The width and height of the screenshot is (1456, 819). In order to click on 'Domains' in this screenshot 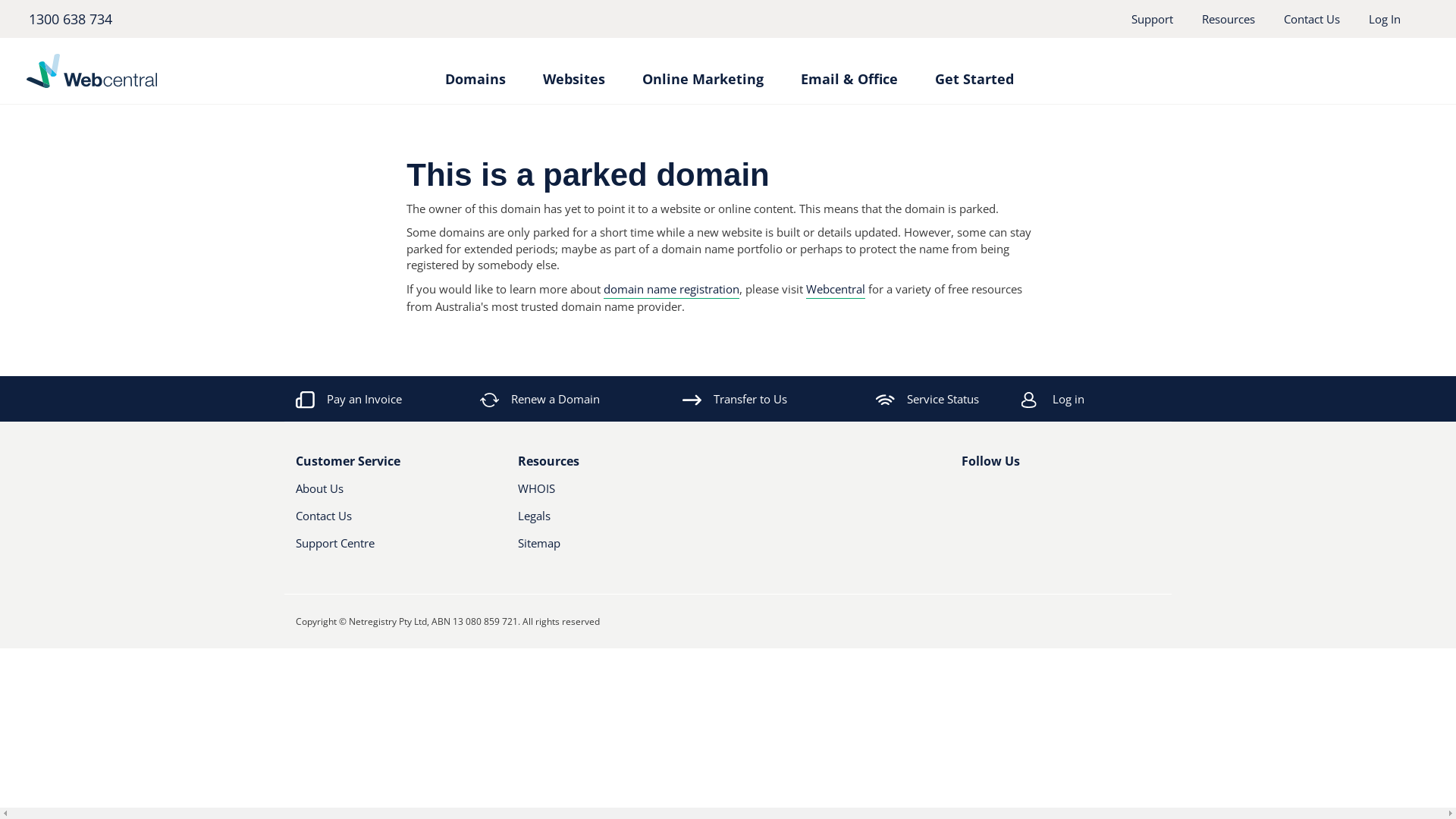, I will do `click(473, 71)`.